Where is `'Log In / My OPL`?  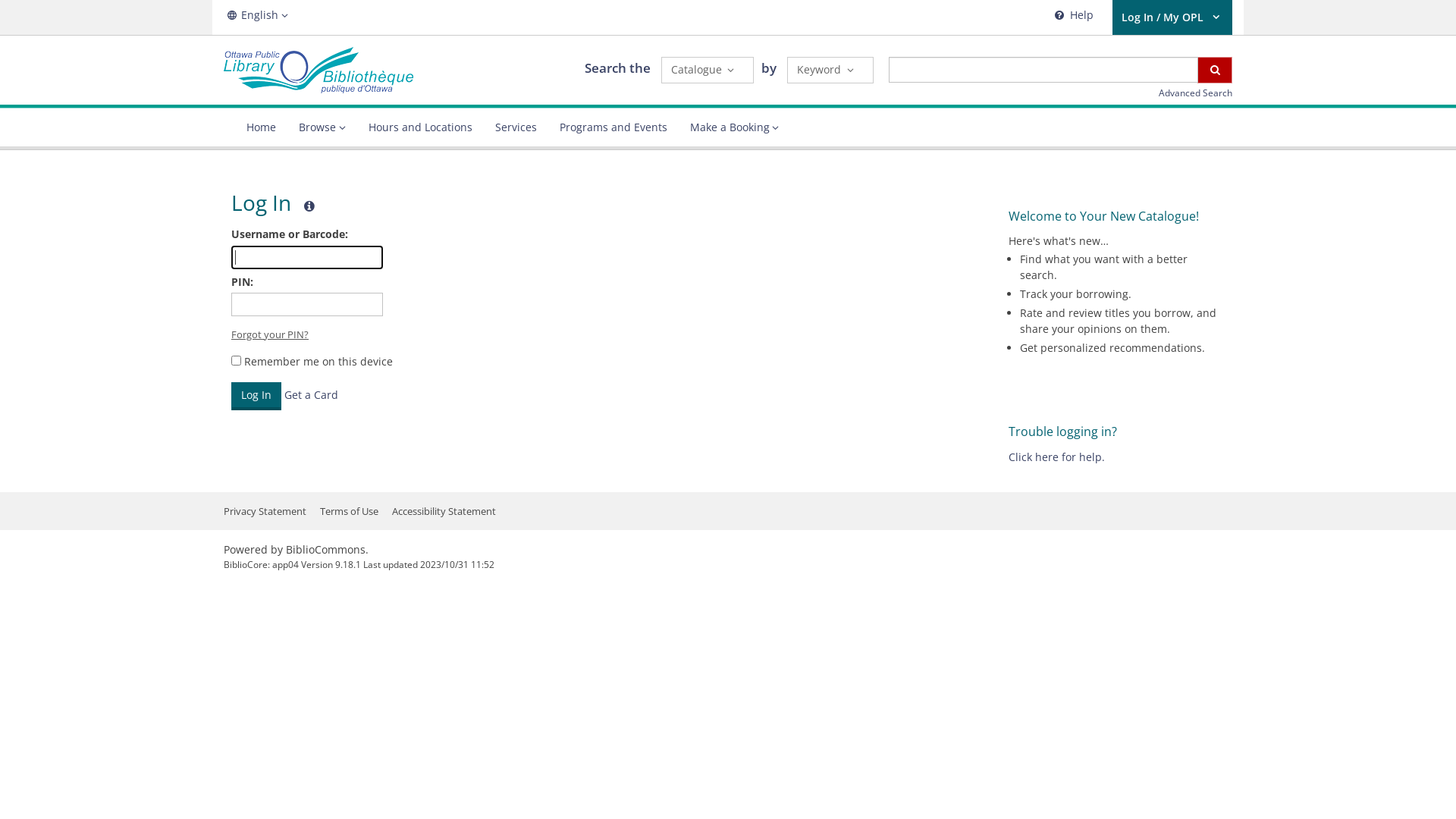
'Log In / My OPL is located at coordinates (1171, 17).